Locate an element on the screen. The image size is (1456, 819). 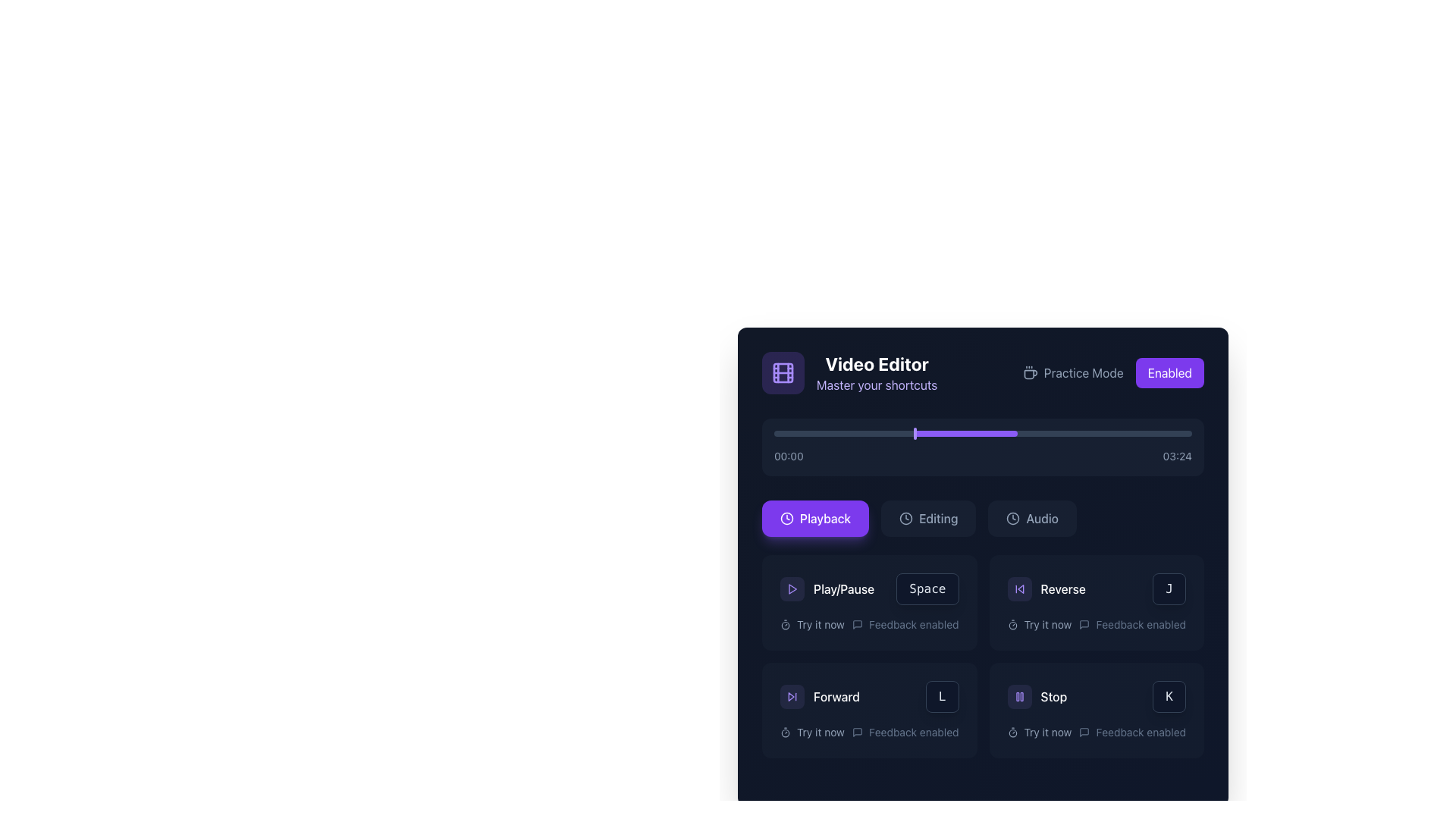
the feedback icon located to the left of the 'Feedback enabled' text within the 'Reverse' section of the interface is located at coordinates (1084, 625).